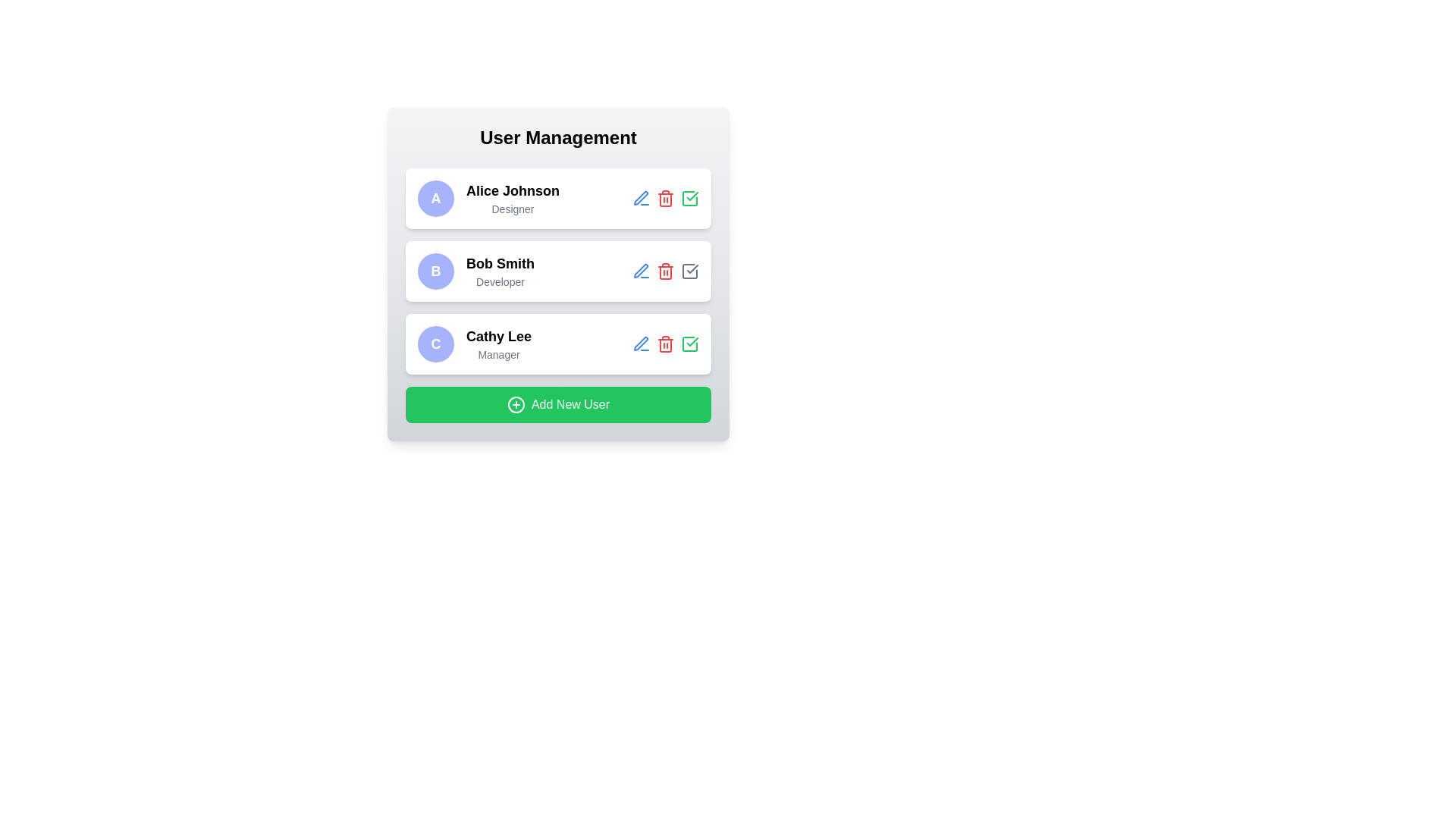 Image resolution: width=1456 pixels, height=819 pixels. What do you see at coordinates (689, 344) in the screenshot?
I see `the green checkmark icon next to the 'Cathy Lee' entry in the user management list` at bounding box center [689, 344].